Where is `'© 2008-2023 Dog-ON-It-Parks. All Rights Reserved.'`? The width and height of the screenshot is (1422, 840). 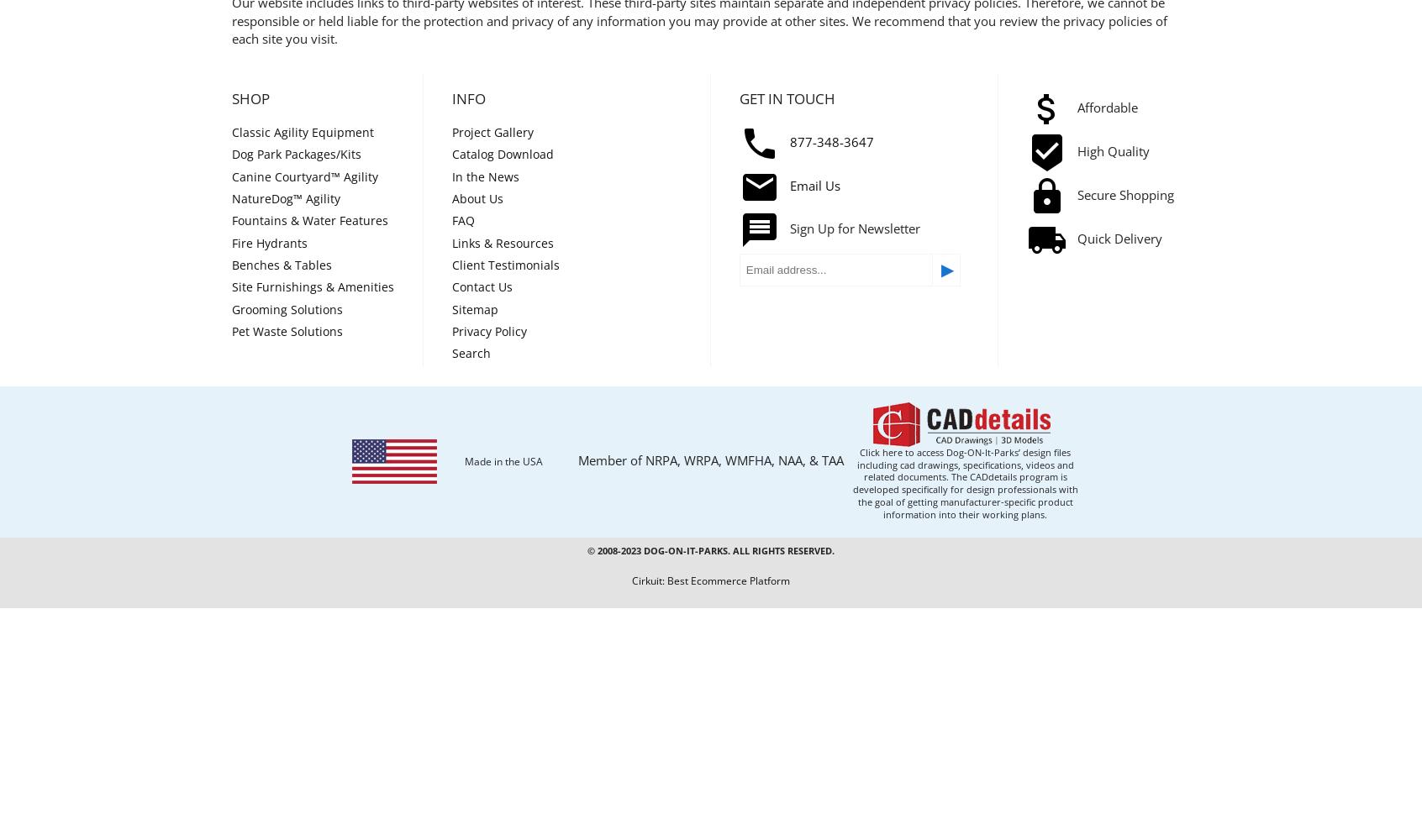 '© 2008-2023 Dog-ON-It-Parks. All Rights Reserved.' is located at coordinates (711, 550).